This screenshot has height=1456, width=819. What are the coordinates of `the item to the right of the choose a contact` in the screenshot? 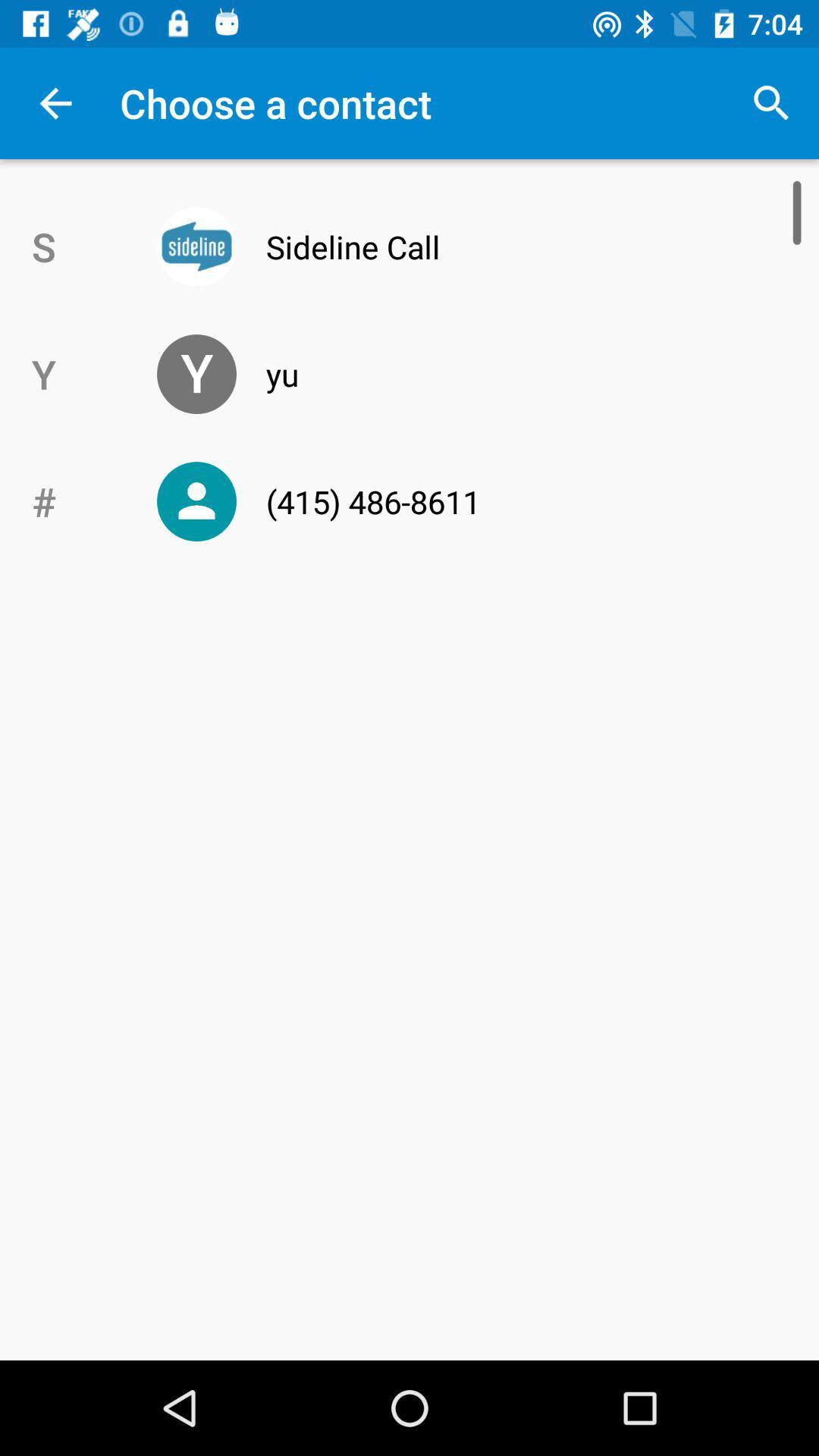 It's located at (771, 102).